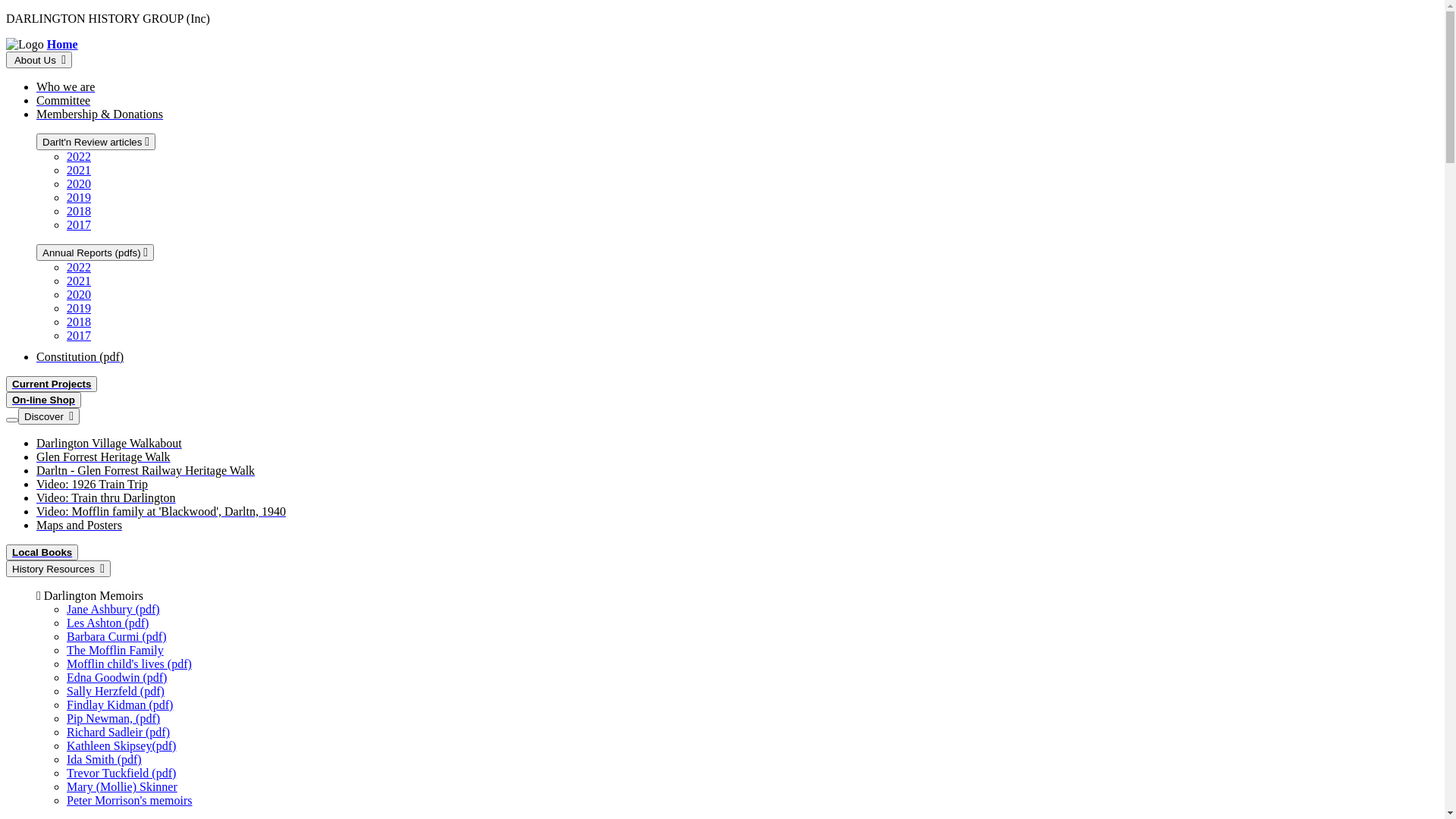 This screenshot has height=819, width=1456. Describe the element at coordinates (36, 497) in the screenshot. I see `'Video: Train thru Darlington'` at that location.